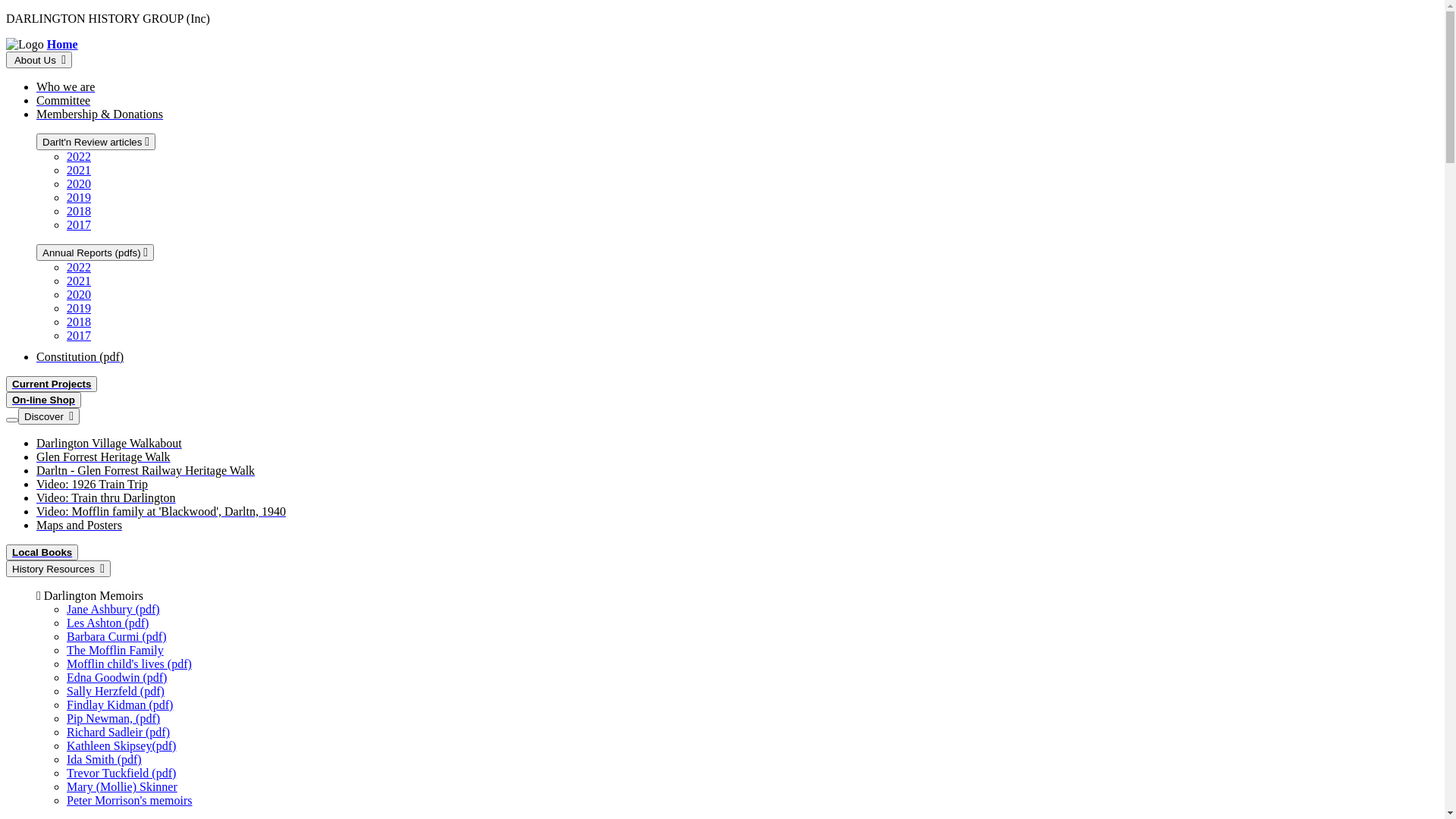 This screenshot has height=819, width=1456. Describe the element at coordinates (36, 497) in the screenshot. I see `'Video: Train thru Darlington'` at that location.